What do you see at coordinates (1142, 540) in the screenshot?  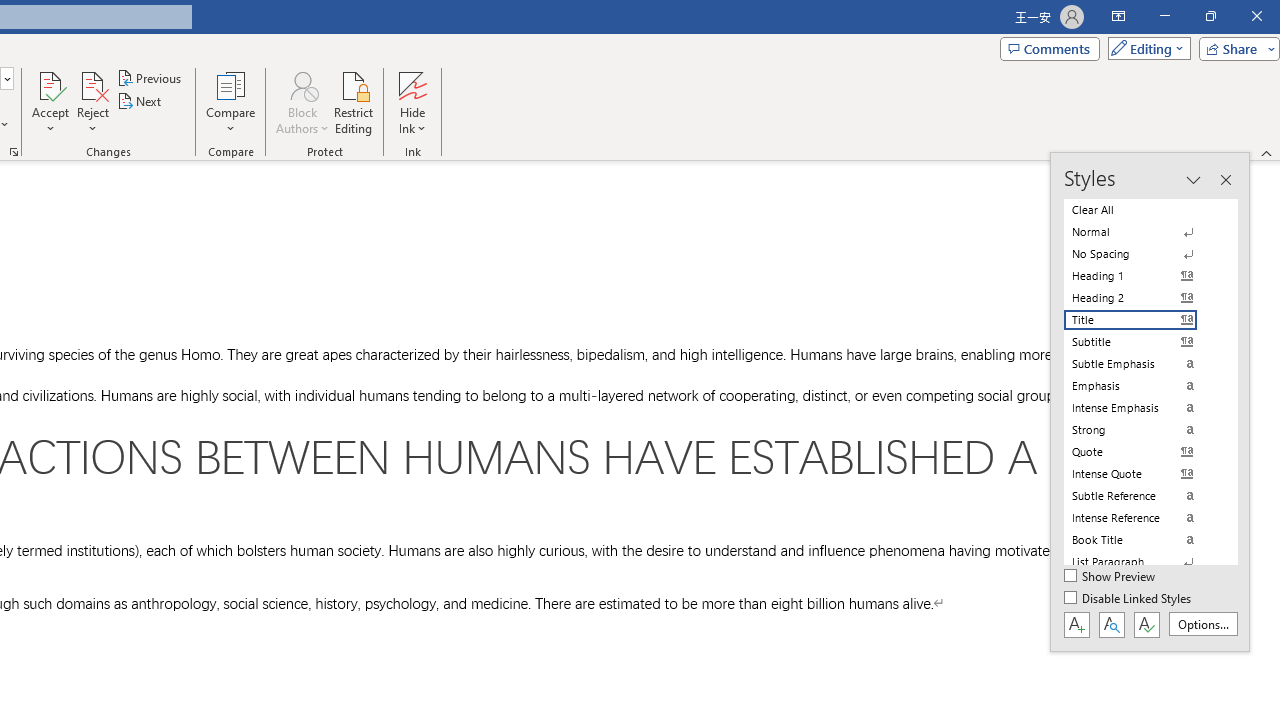 I see `'Book Title'` at bounding box center [1142, 540].